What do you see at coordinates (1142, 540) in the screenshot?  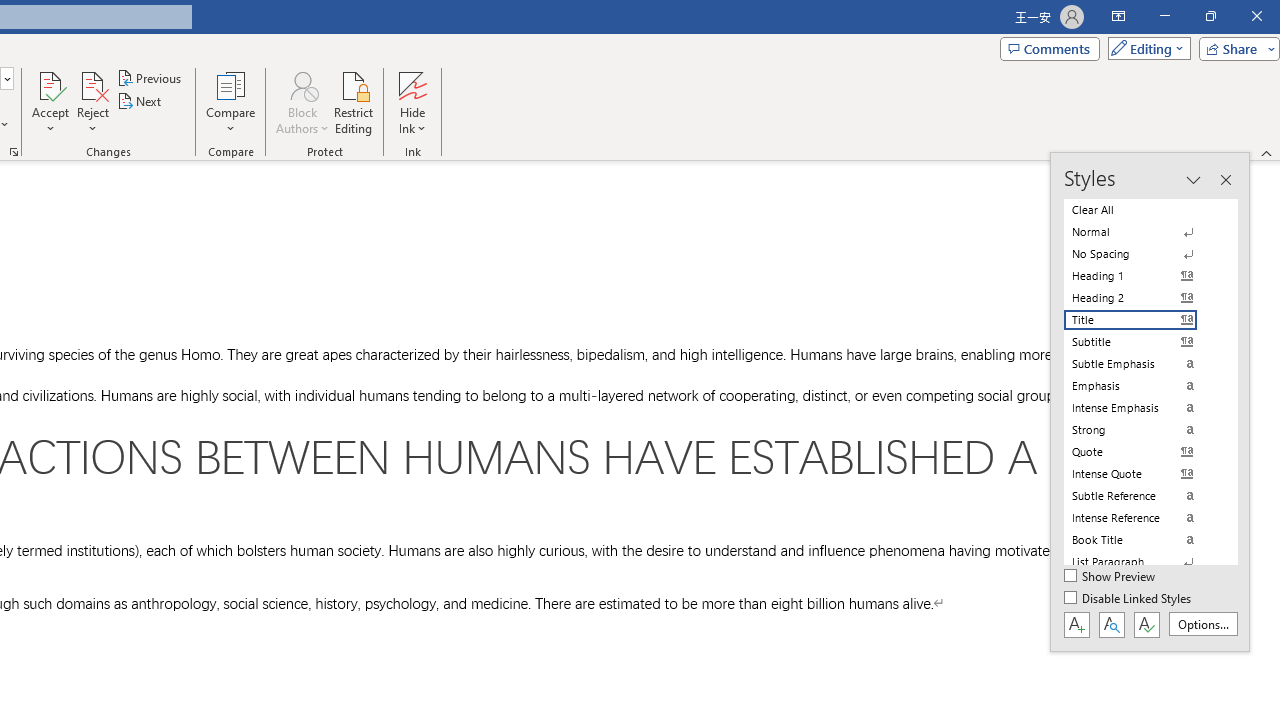 I see `'Book Title'` at bounding box center [1142, 540].